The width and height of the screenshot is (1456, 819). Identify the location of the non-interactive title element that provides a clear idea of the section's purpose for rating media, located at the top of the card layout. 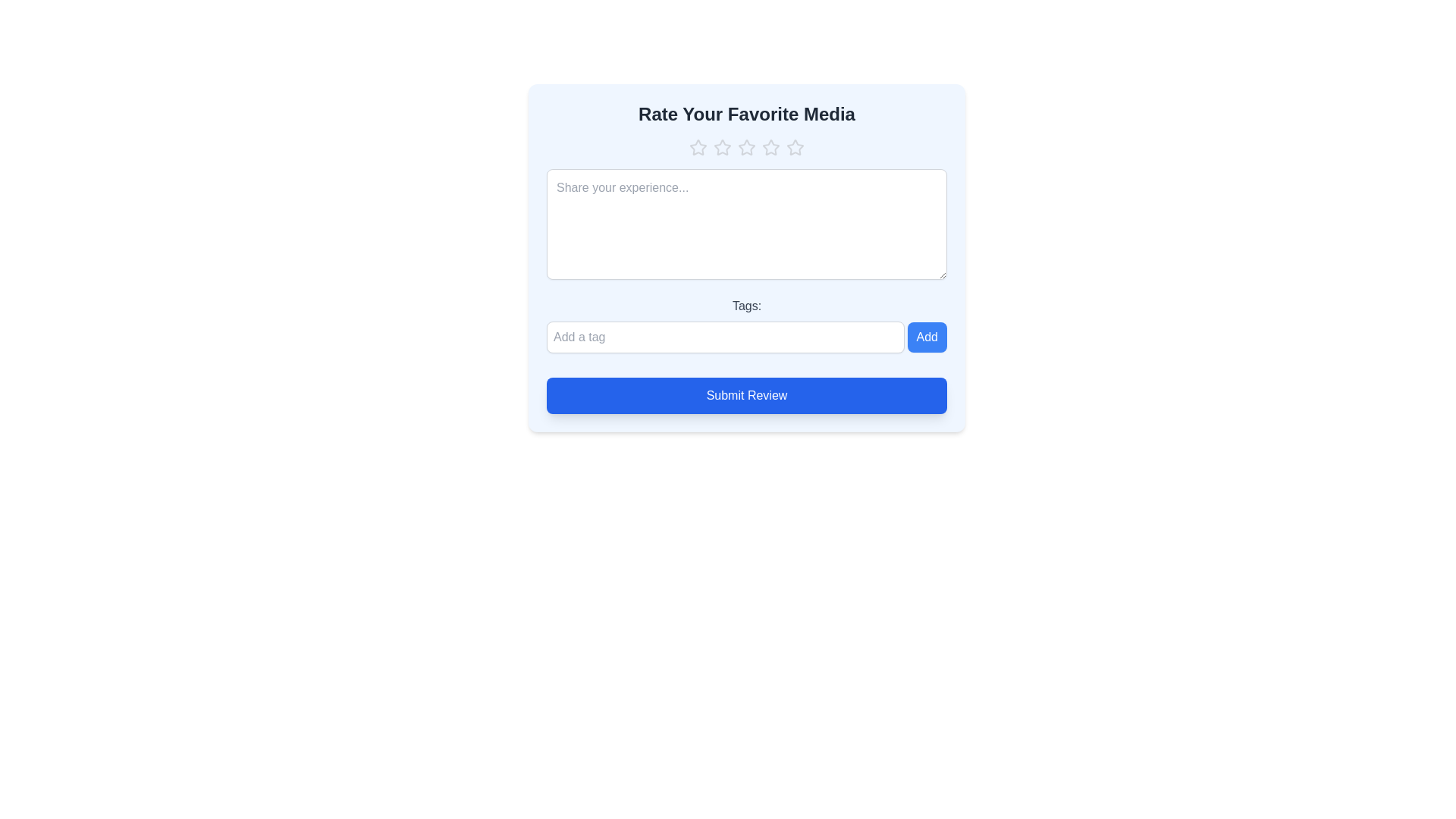
(746, 113).